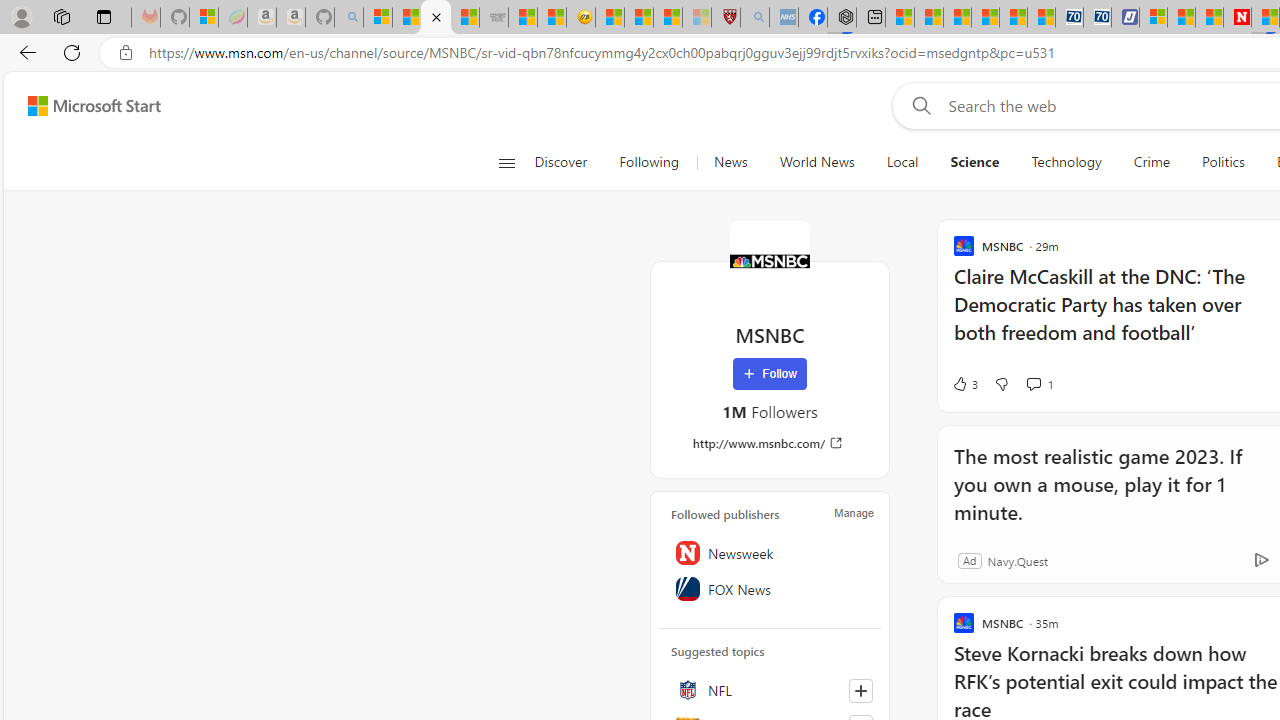 The height and width of the screenshot is (720, 1280). I want to click on 'http://www.msnbc.com/', so click(768, 442).